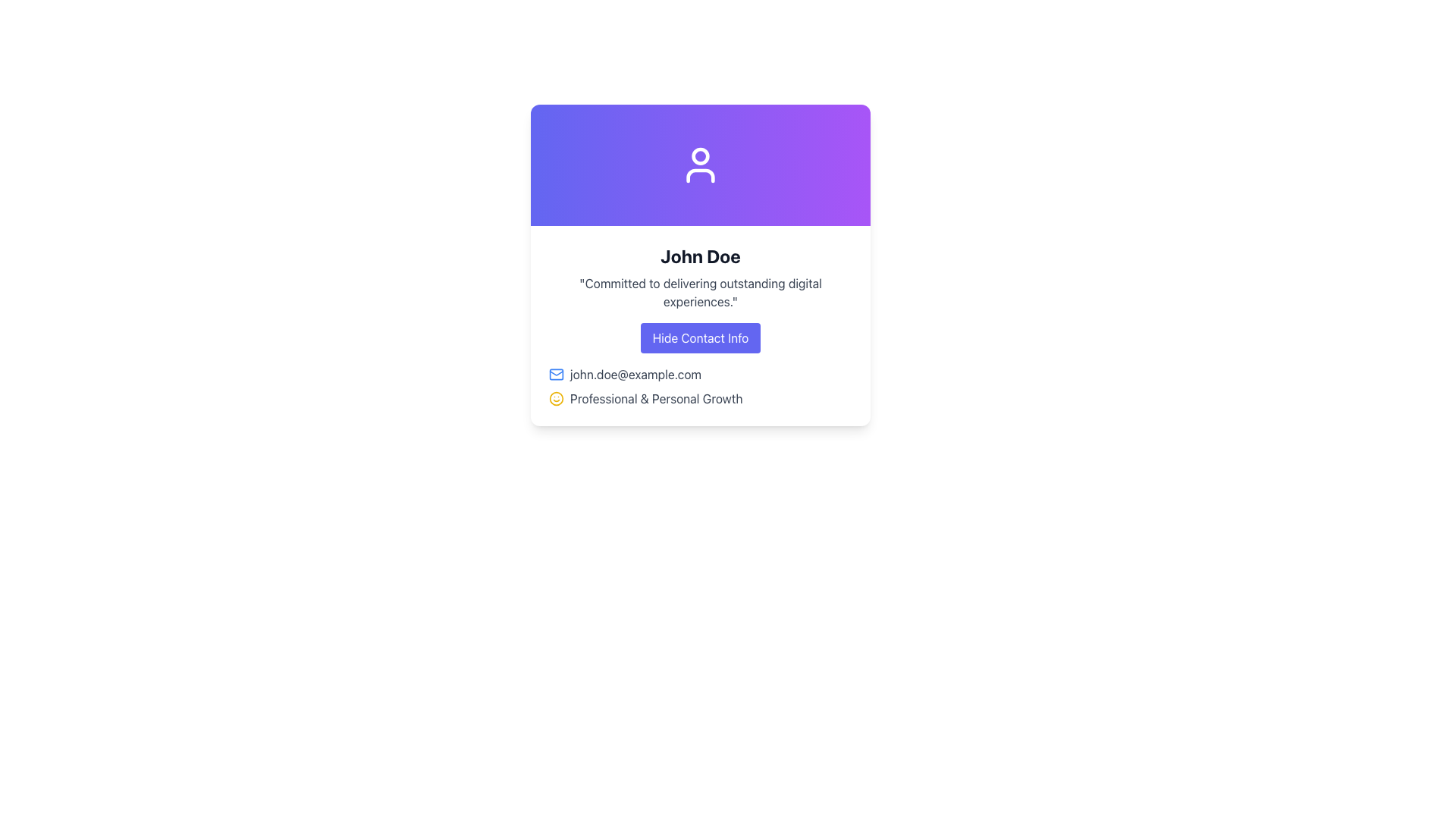  I want to click on the vector graphic element in the SVG that resembles an envelope's flap, located to the left of the email address 'john.doe@example.com', so click(556, 373).